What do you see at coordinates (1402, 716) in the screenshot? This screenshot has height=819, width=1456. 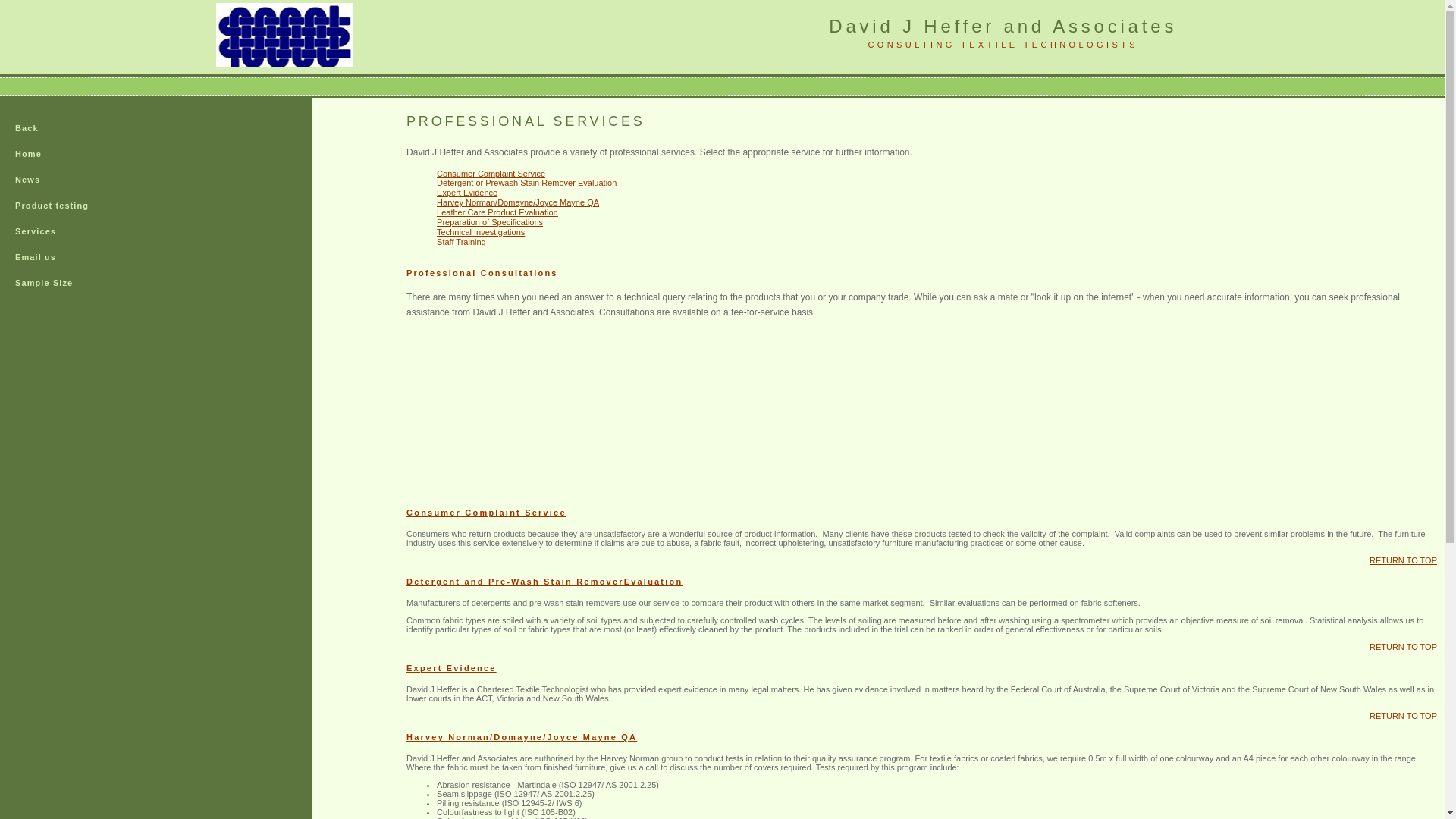 I see `'RETURN TO TOP'` at bounding box center [1402, 716].